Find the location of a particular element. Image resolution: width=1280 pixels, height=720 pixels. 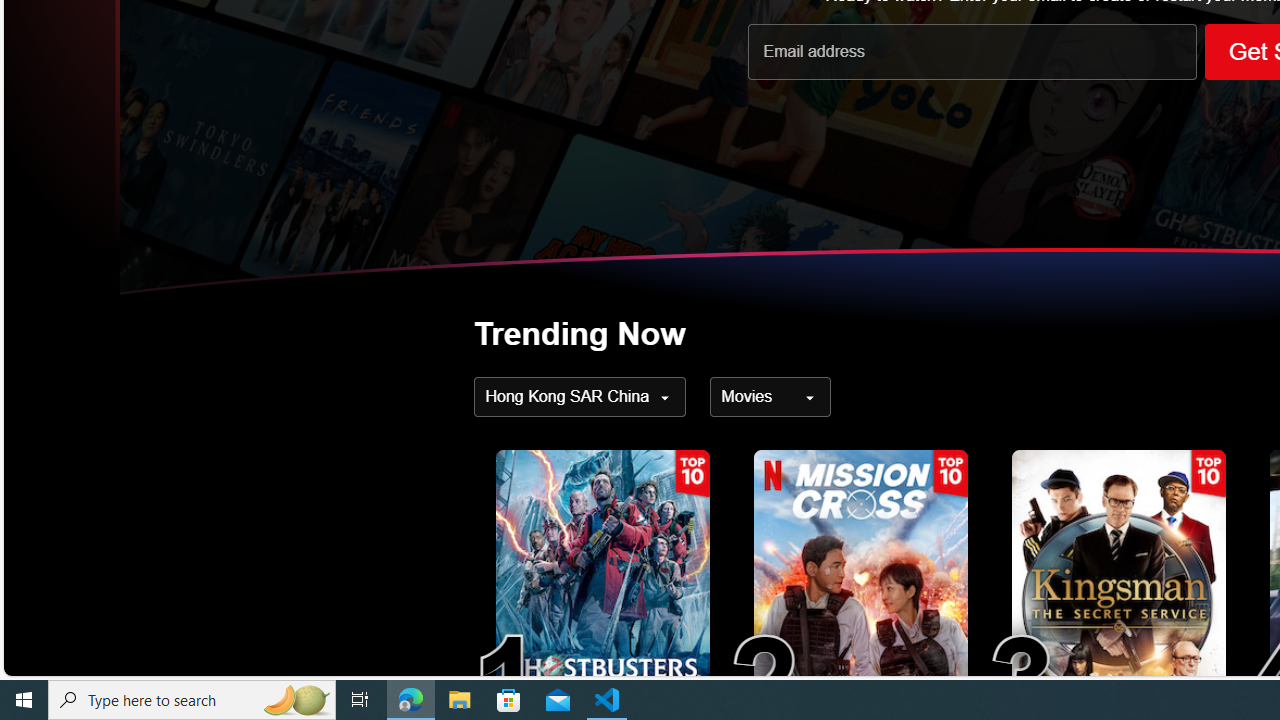

'Region' is located at coordinates (578, 397).